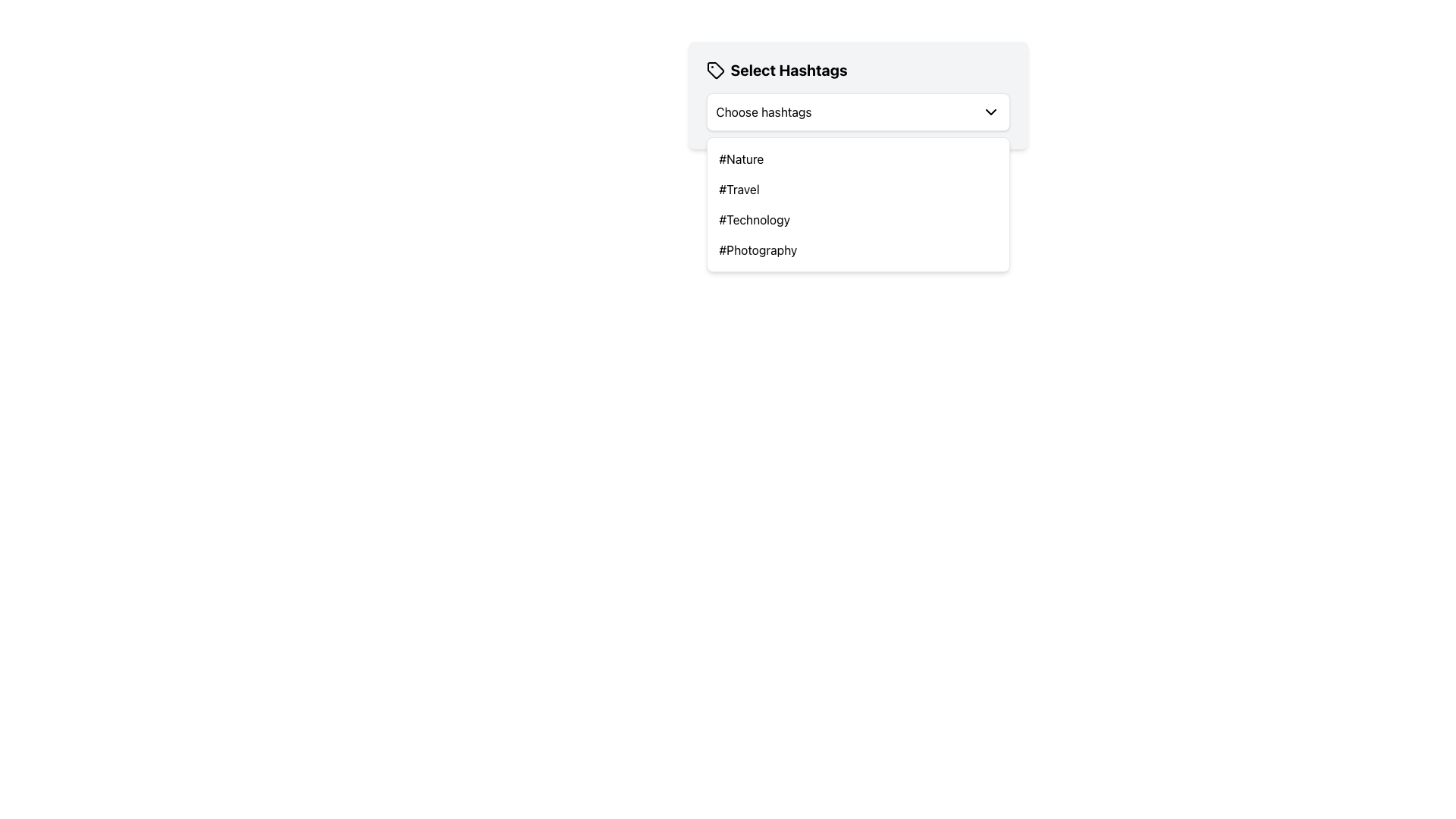 The image size is (1456, 819). Describe the element at coordinates (758, 249) in the screenshot. I see `to select the hashtag '#Photography' from the fourth item in the dropdown list of hashtags` at that location.